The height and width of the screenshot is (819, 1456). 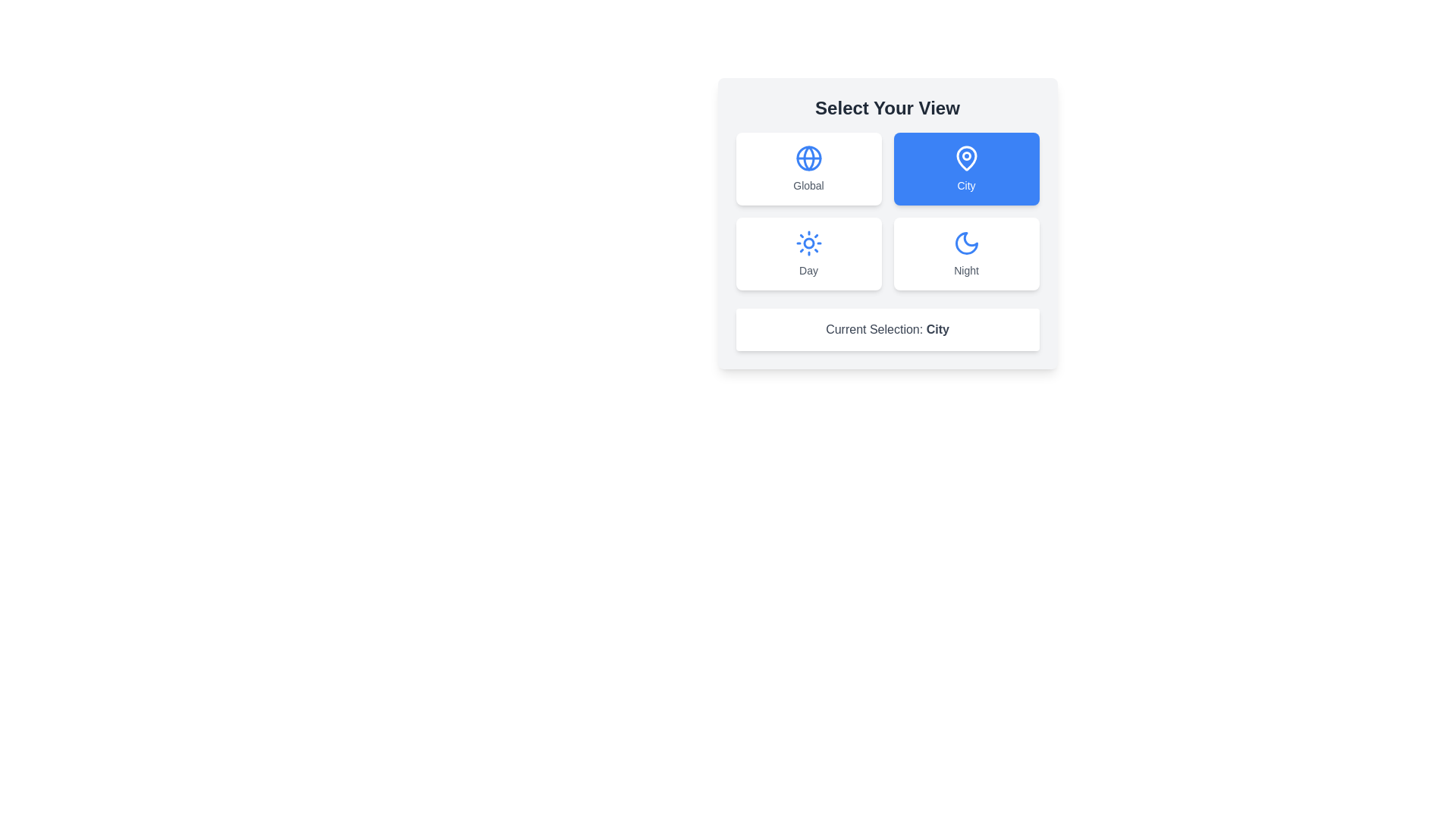 I want to click on the Informational Label that displays 'Current Selection: City', which has a white background, rounded corners, and centered text, so click(x=887, y=329).